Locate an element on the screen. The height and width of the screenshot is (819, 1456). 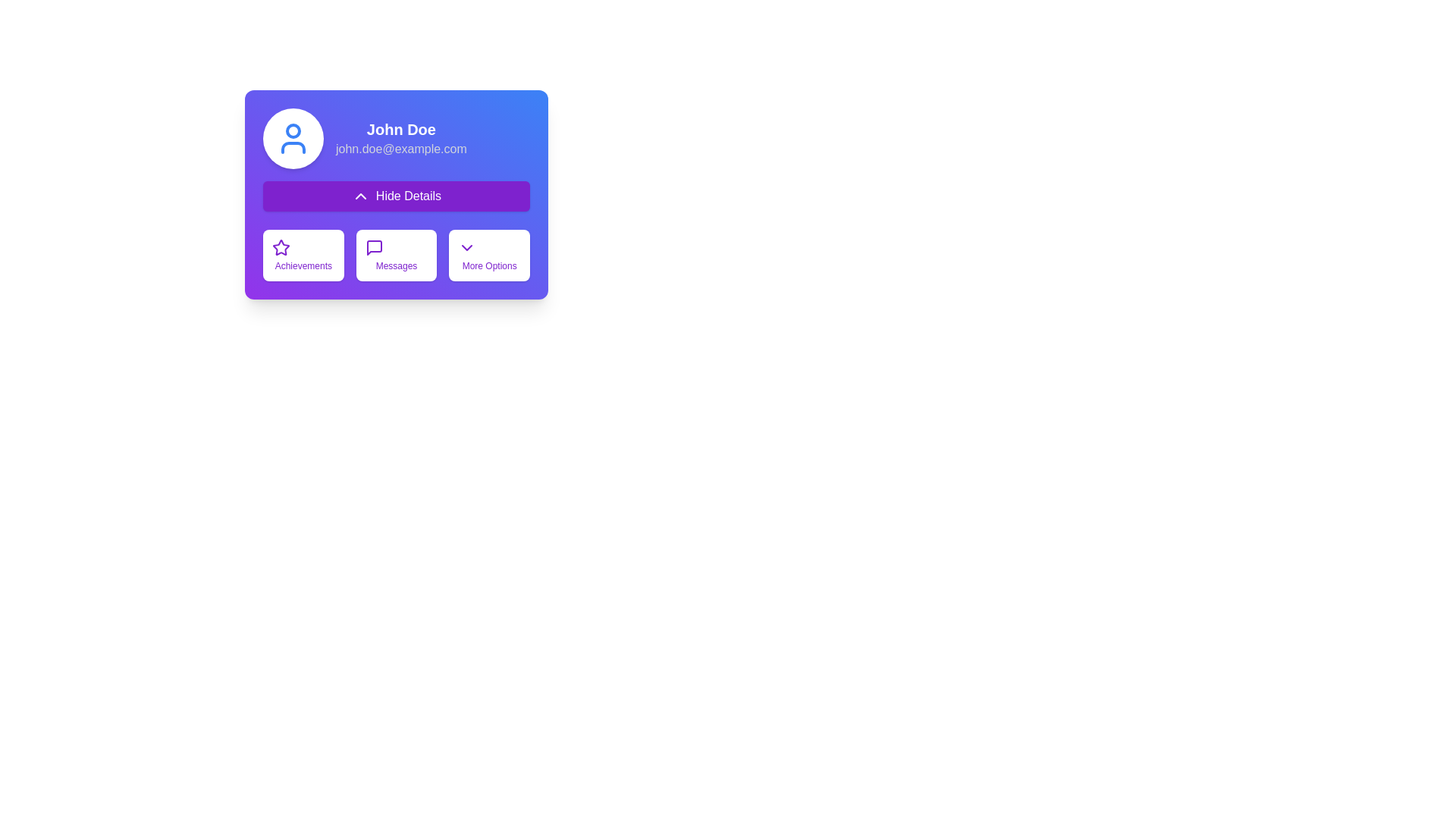
the text label displaying the email address 'john.doe@example.com', which is styled in gray and positioned under the name 'John Doe' within the user profile card is located at coordinates (401, 149).